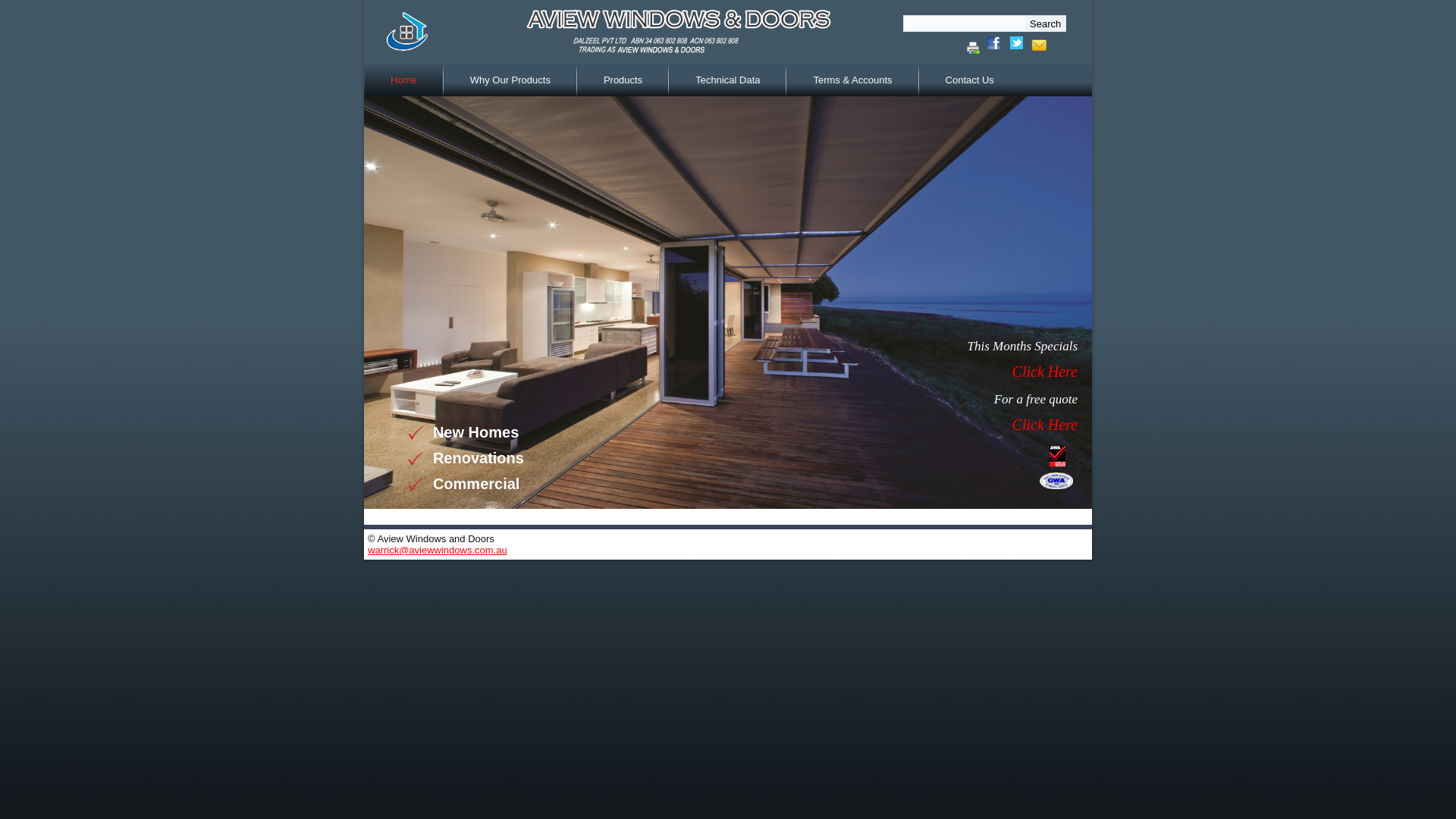 The height and width of the screenshot is (819, 1456). I want to click on 'Search', so click(1044, 23).